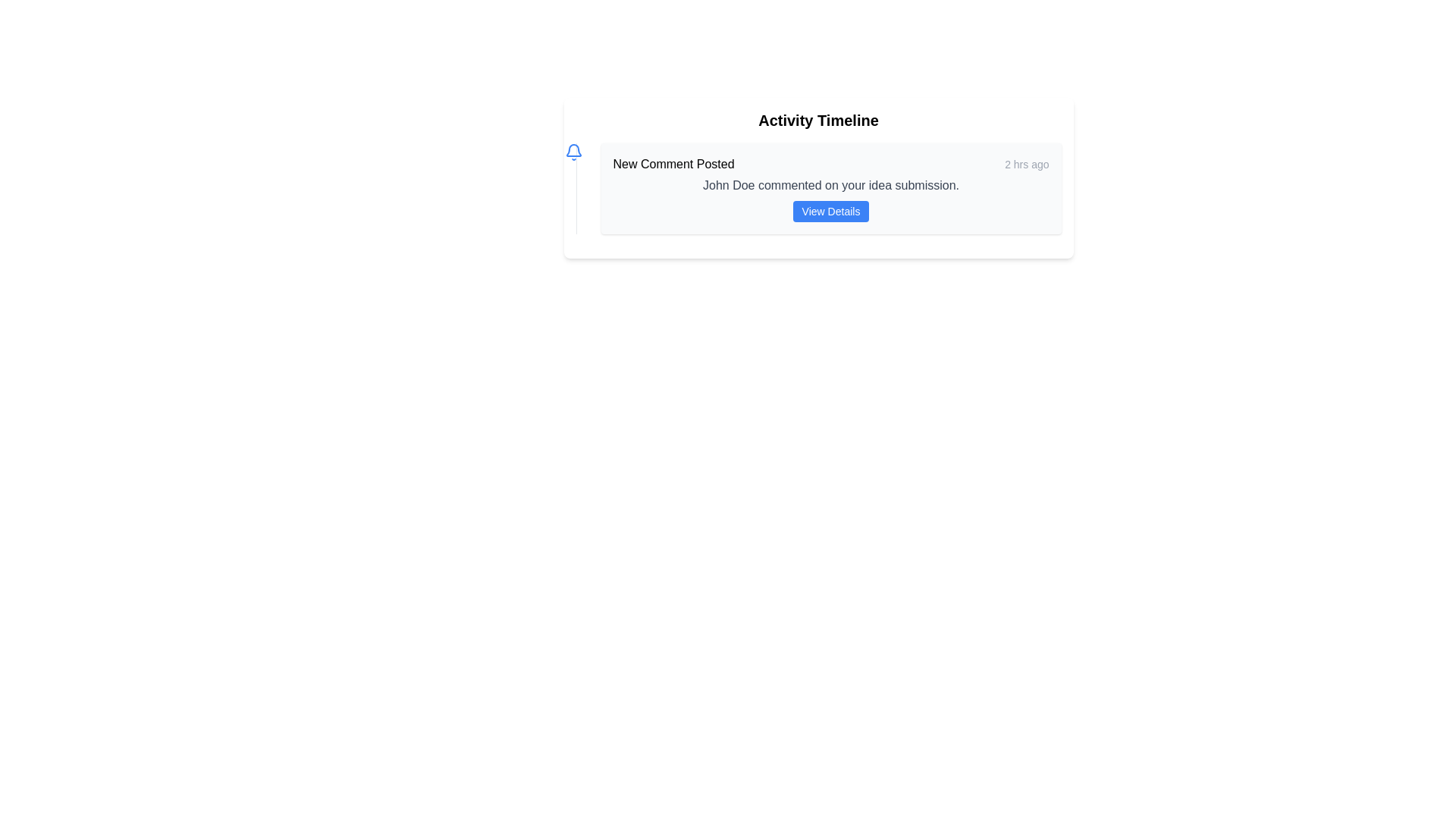 The image size is (1456, 819). What do you see at coordinates (573, 152) in the screenshot?
I see `notification icon shaped like a bell, which is styled in blue and positioned to the left of the 'New Comment Posted' text in the 'Activity Timeline' section` at bounding box center [573, 152].